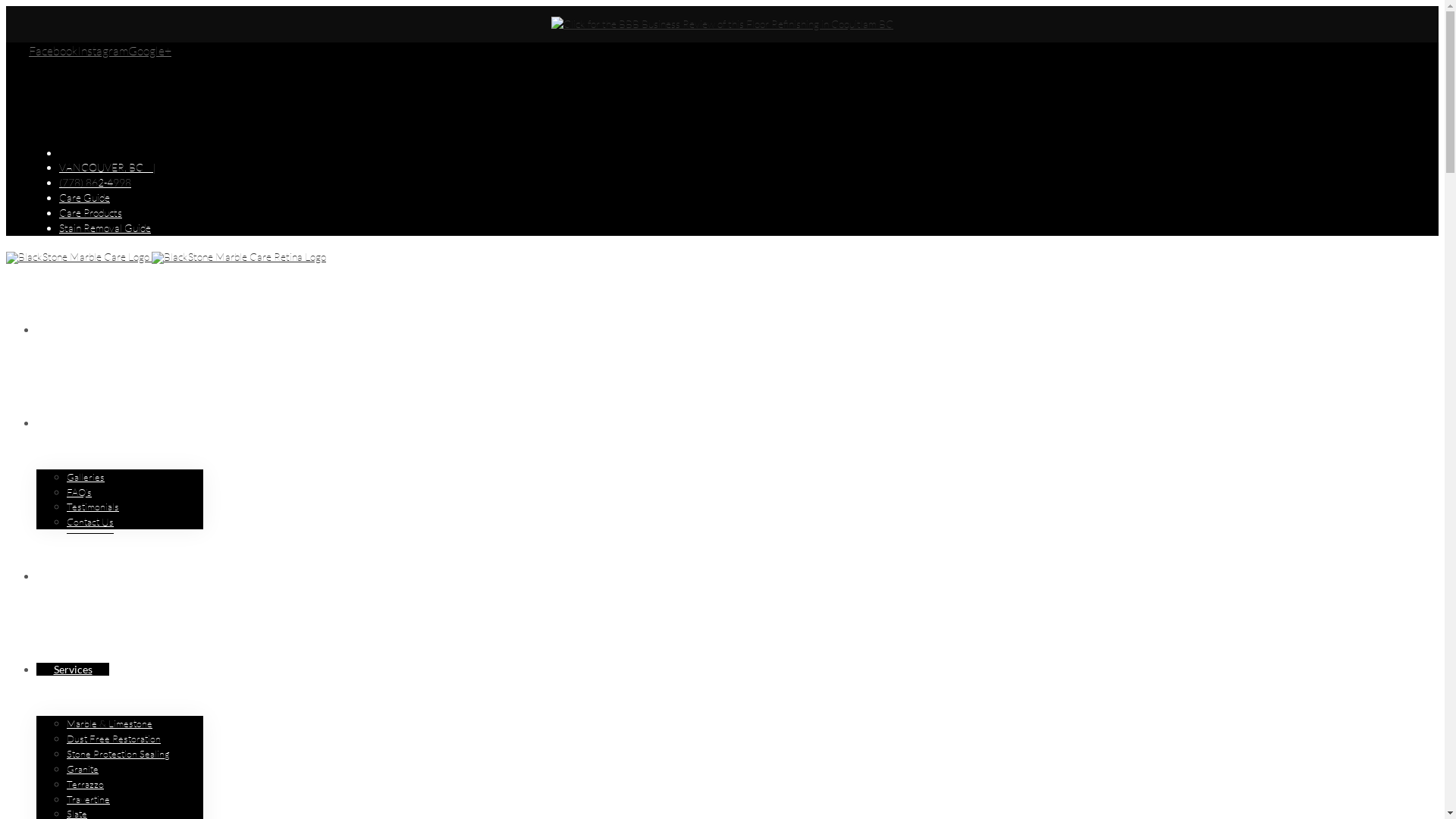 Image resolution: width=1456 pixels, height=819 pixels. I want to click on 'Stone Protection Sealing', so click(65, 754).